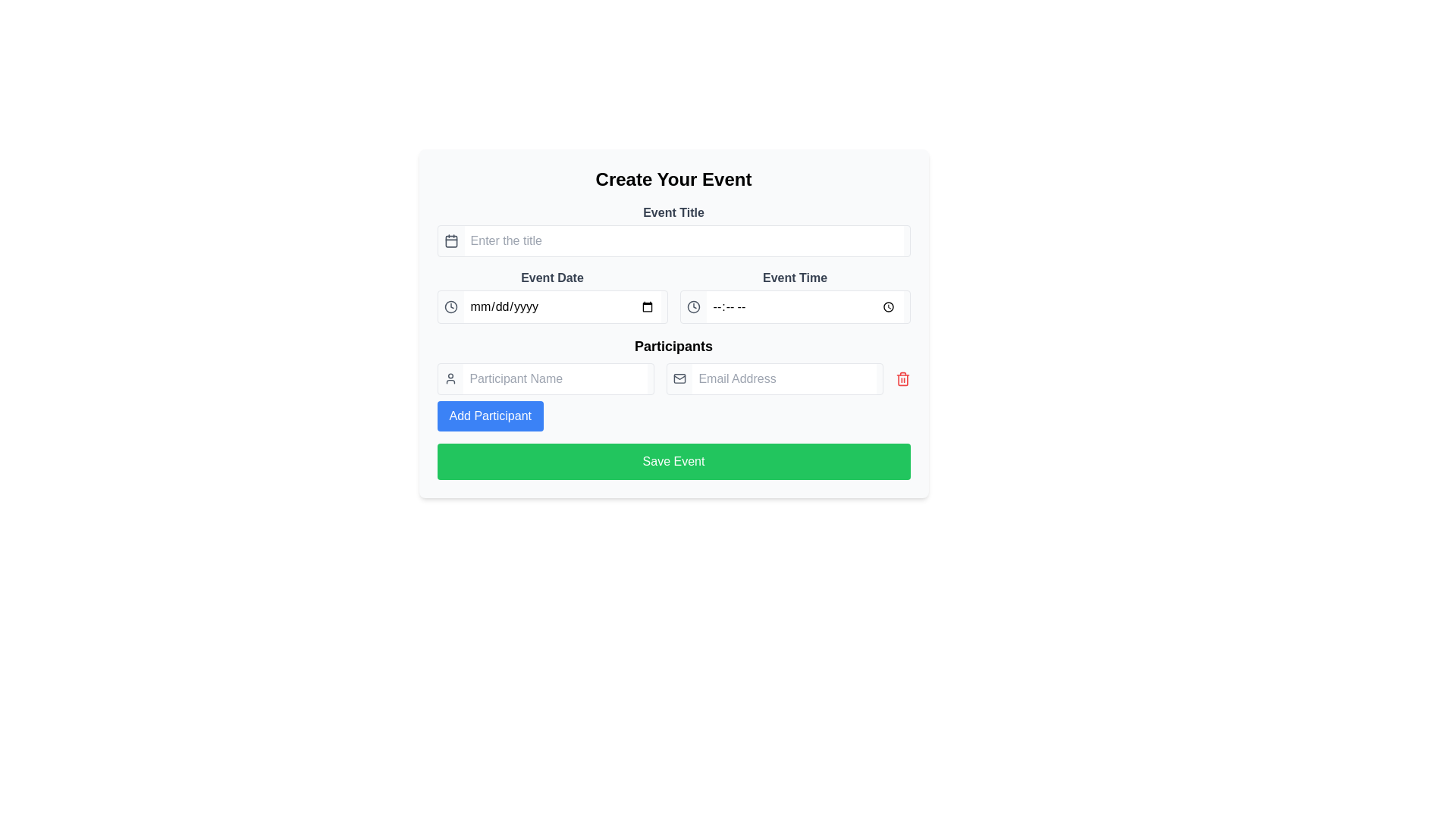  What do you see at coordinates (673, 346) in the screenshot?
I see `the Text label that indicates the section for participant-related fields` at bounding box center [673, 346].